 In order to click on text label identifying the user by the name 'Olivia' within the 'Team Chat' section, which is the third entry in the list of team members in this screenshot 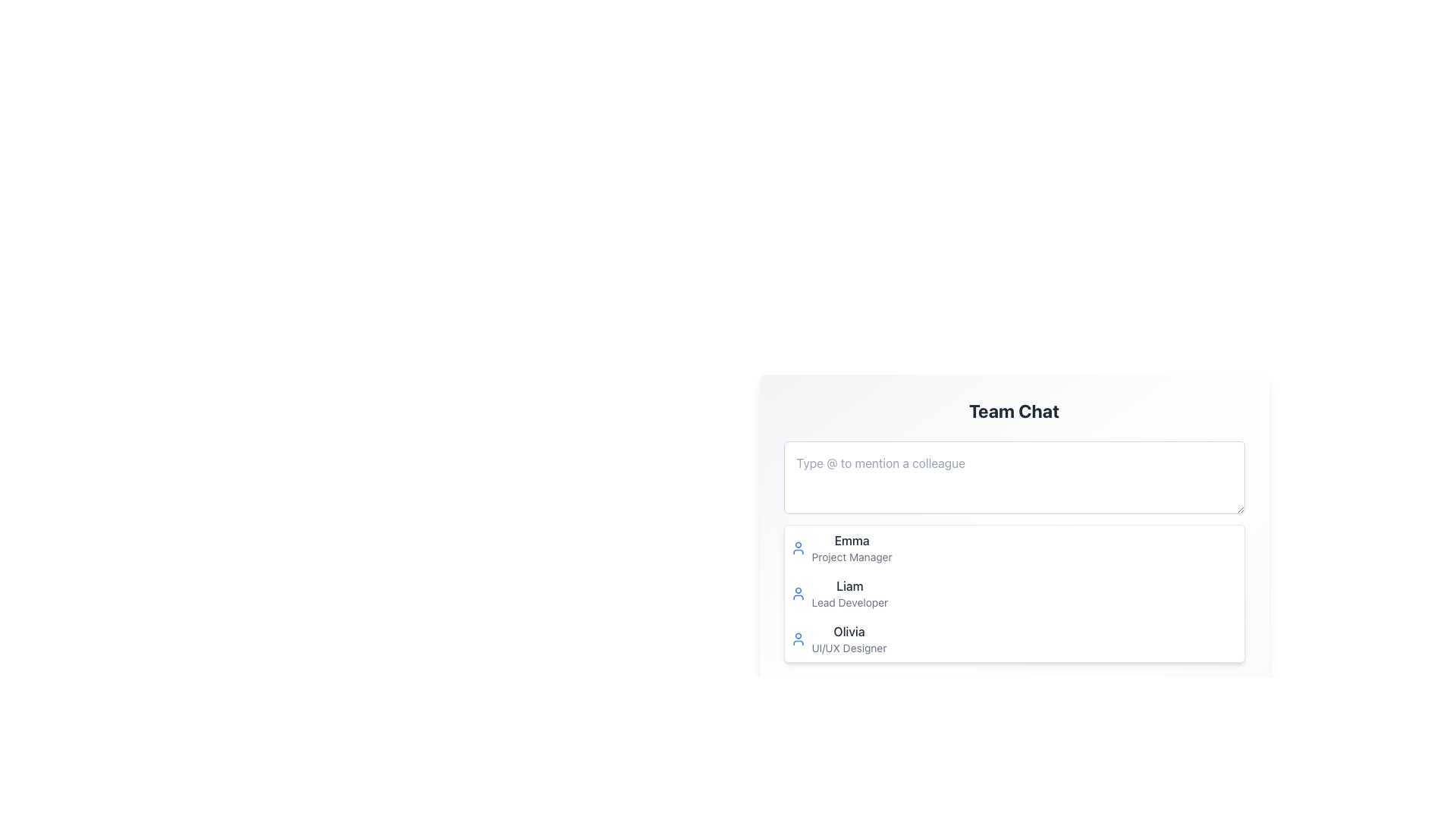, I will do `click(848, 632)`.